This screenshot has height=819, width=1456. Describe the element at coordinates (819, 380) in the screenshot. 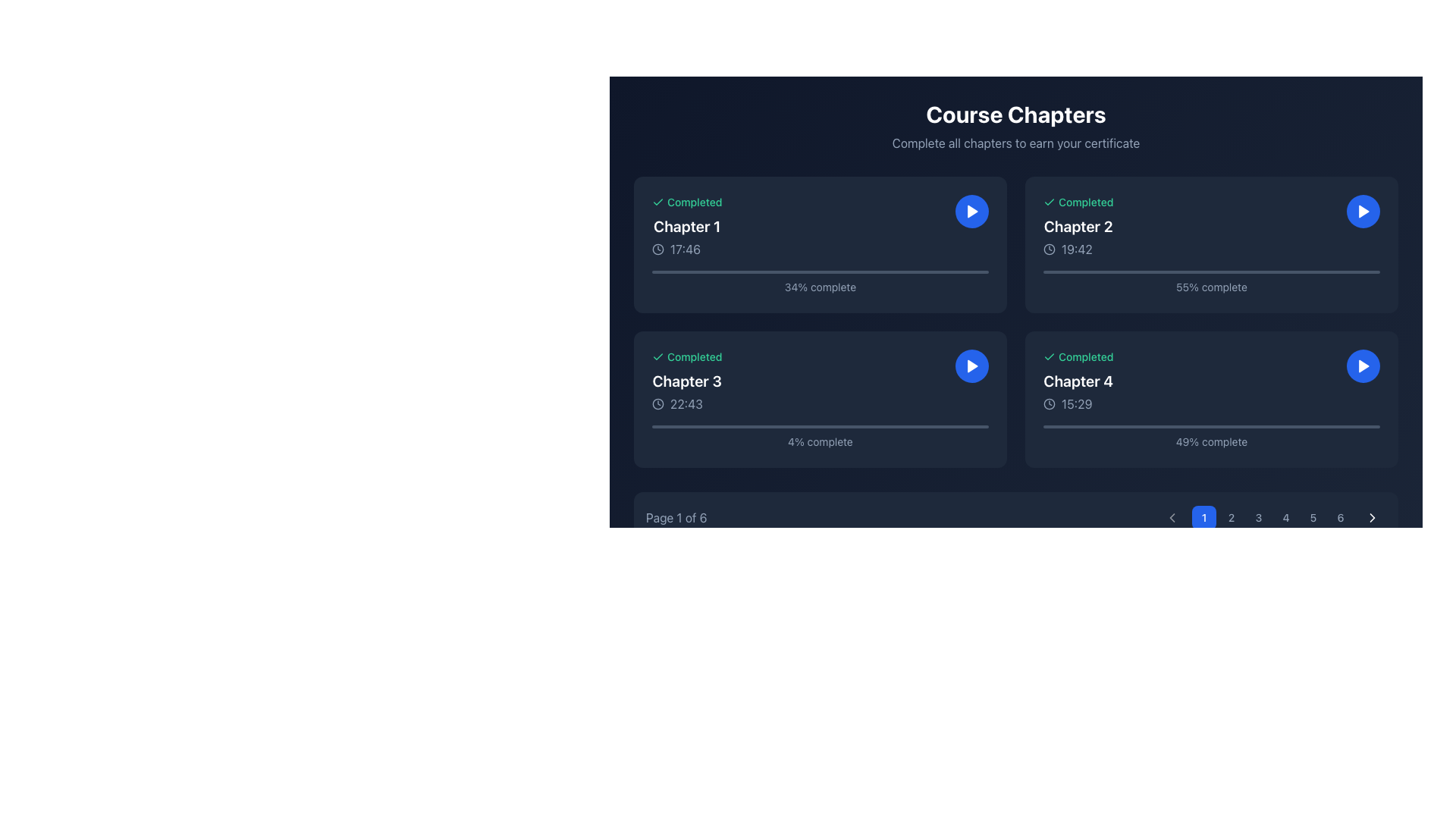

I see `the contents of the informational card displaying Chapter 3 details, located in the bottom-left position of a grid of course module cards` at that location.